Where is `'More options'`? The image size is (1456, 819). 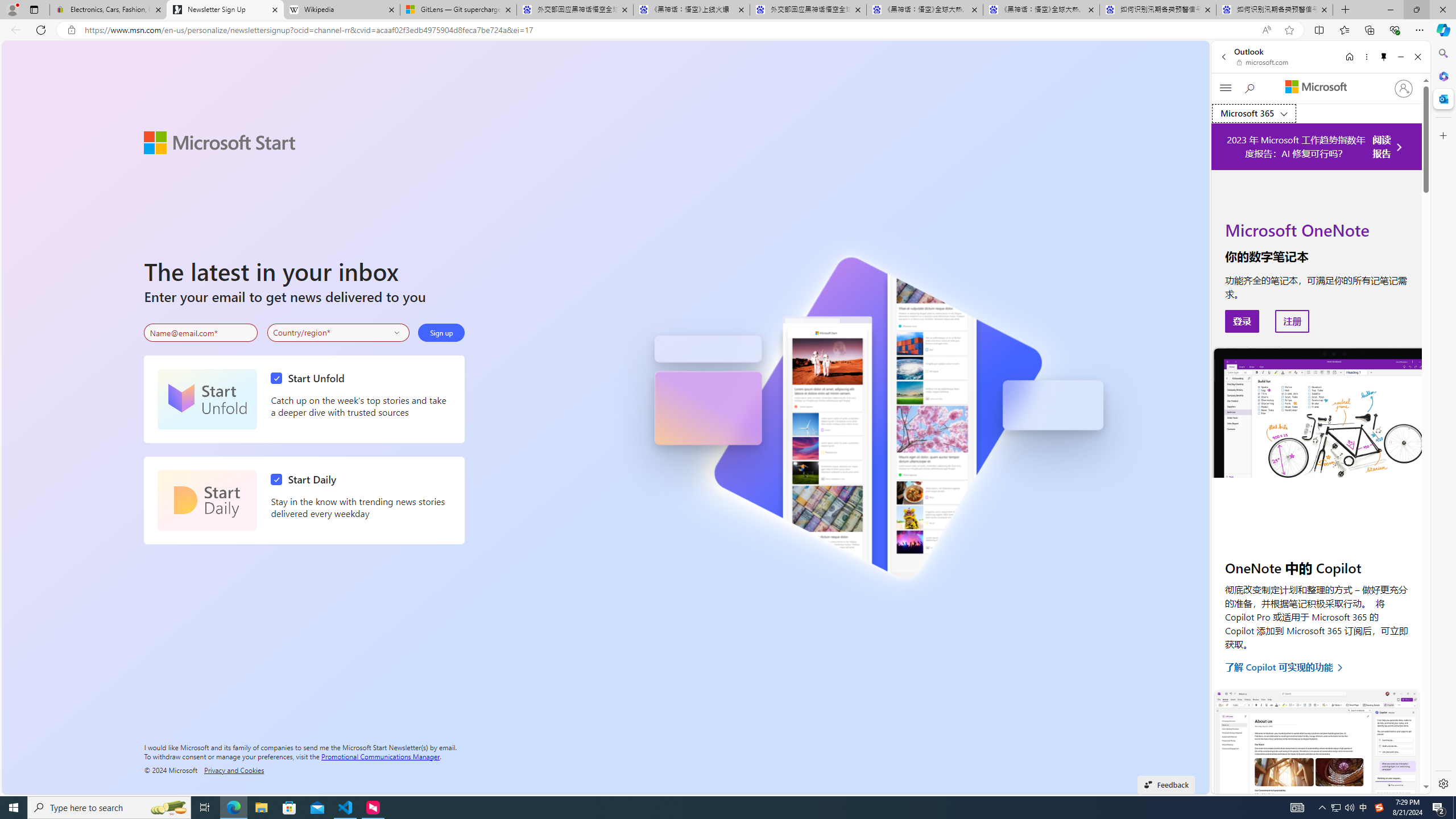
'More options' is located at coordinates (1366, 56).